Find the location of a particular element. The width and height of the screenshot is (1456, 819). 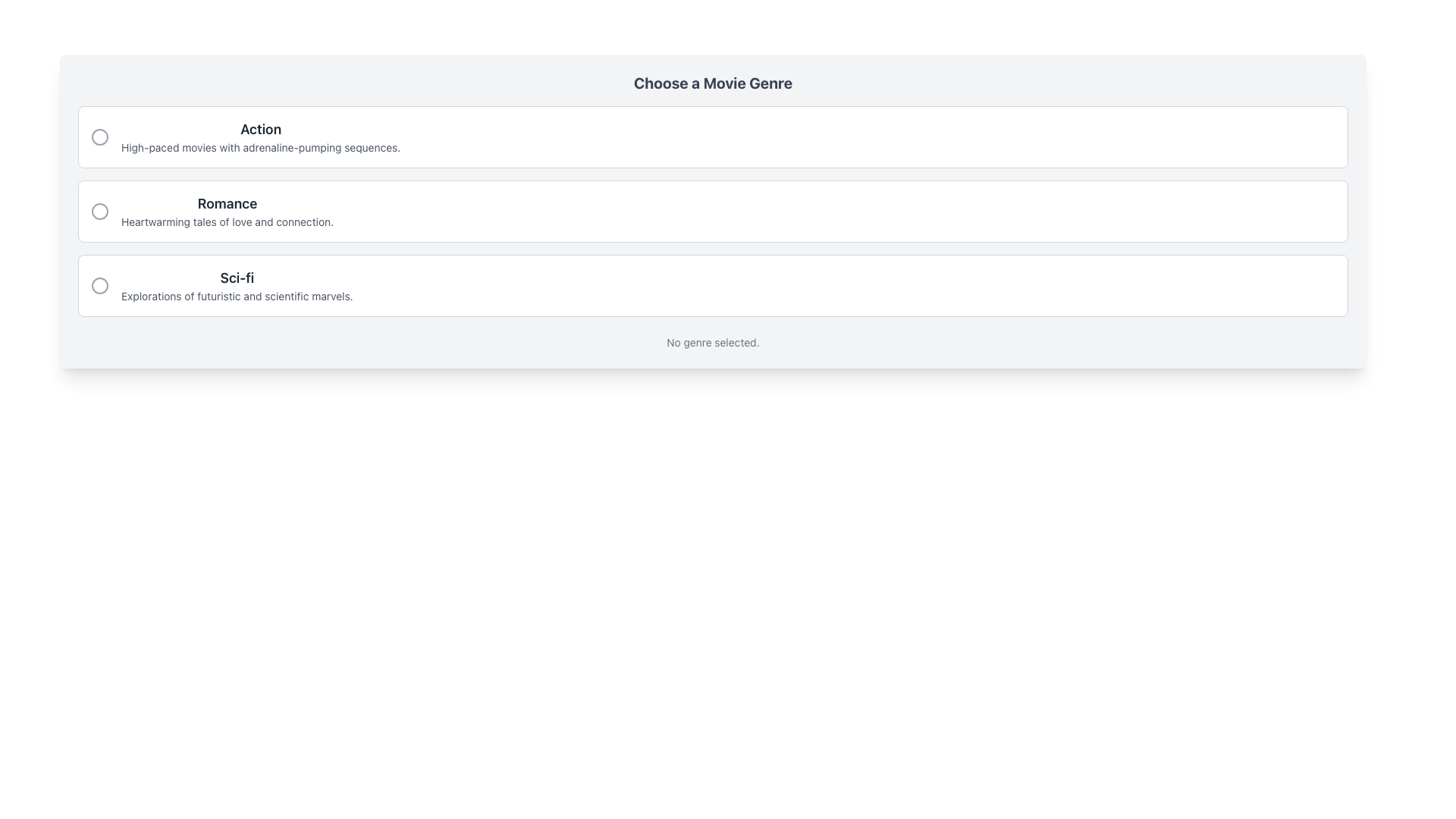

the center of the radio button indicator for the 'Sci-fi' option is located at coordinates (99, 286).